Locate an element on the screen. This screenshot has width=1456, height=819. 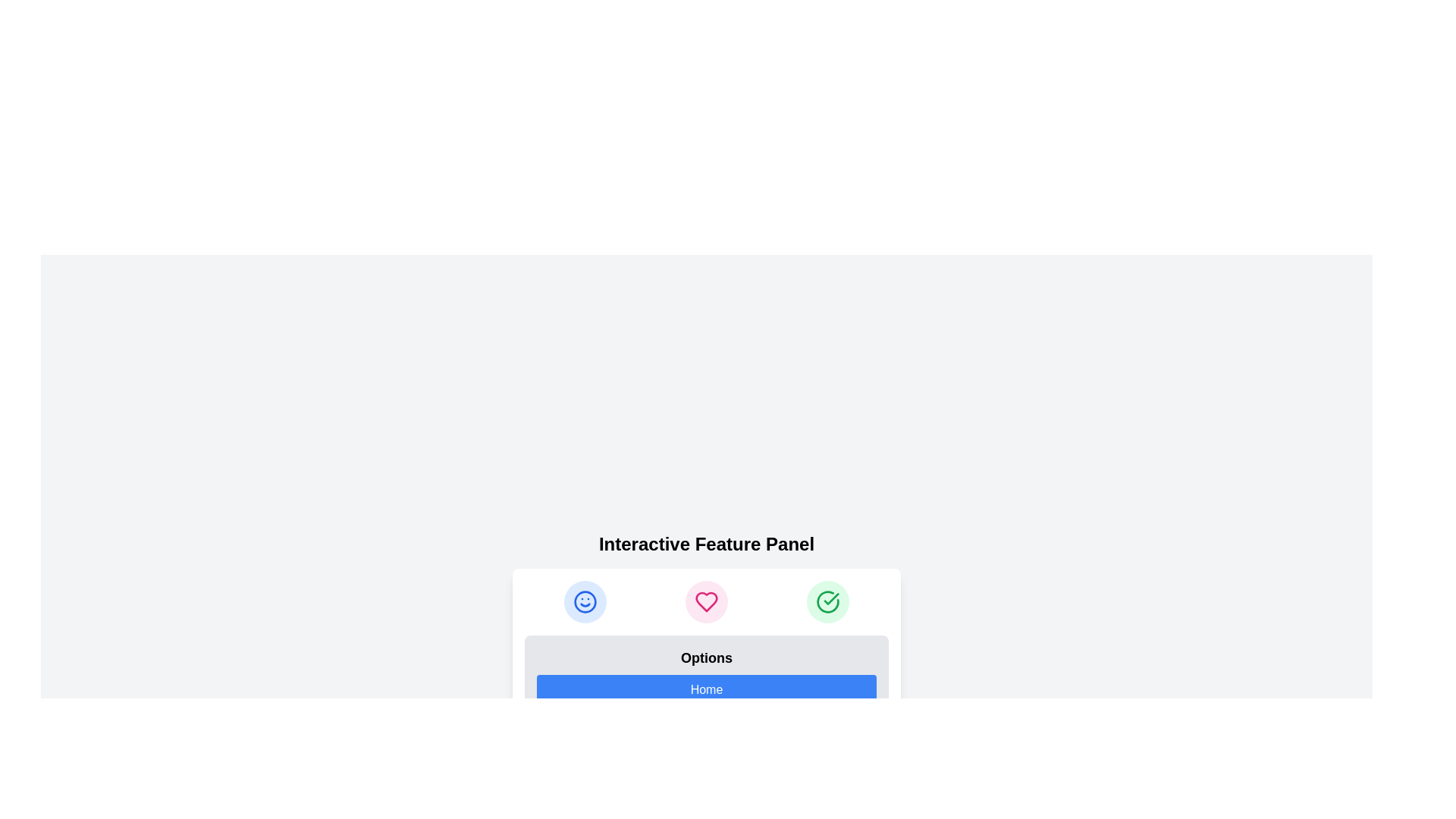
the 'Options' text label, which serves as a heading indicating related content or actions below it is located at coordinates (705, 657).